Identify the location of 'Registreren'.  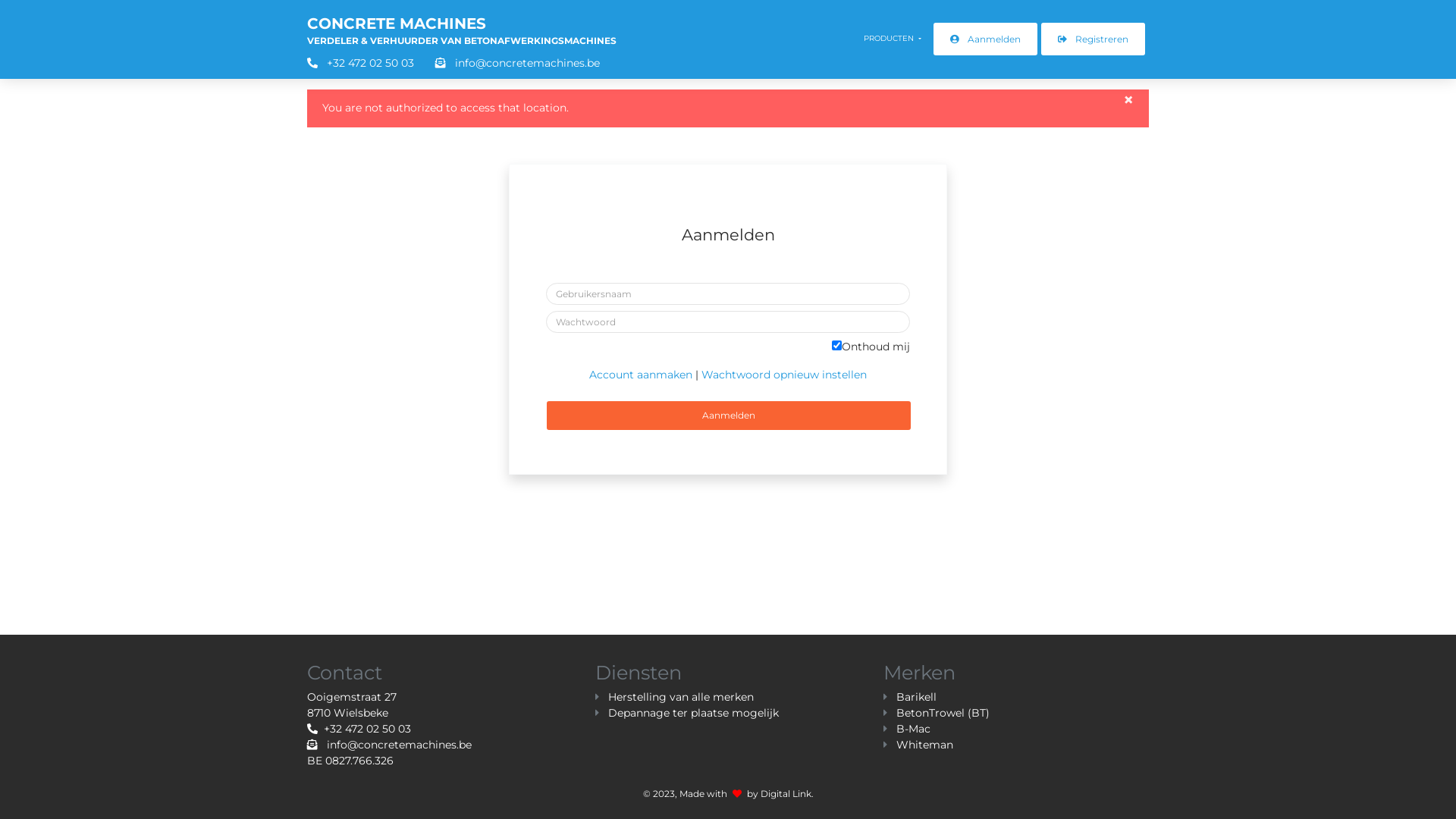
(1093, 38).